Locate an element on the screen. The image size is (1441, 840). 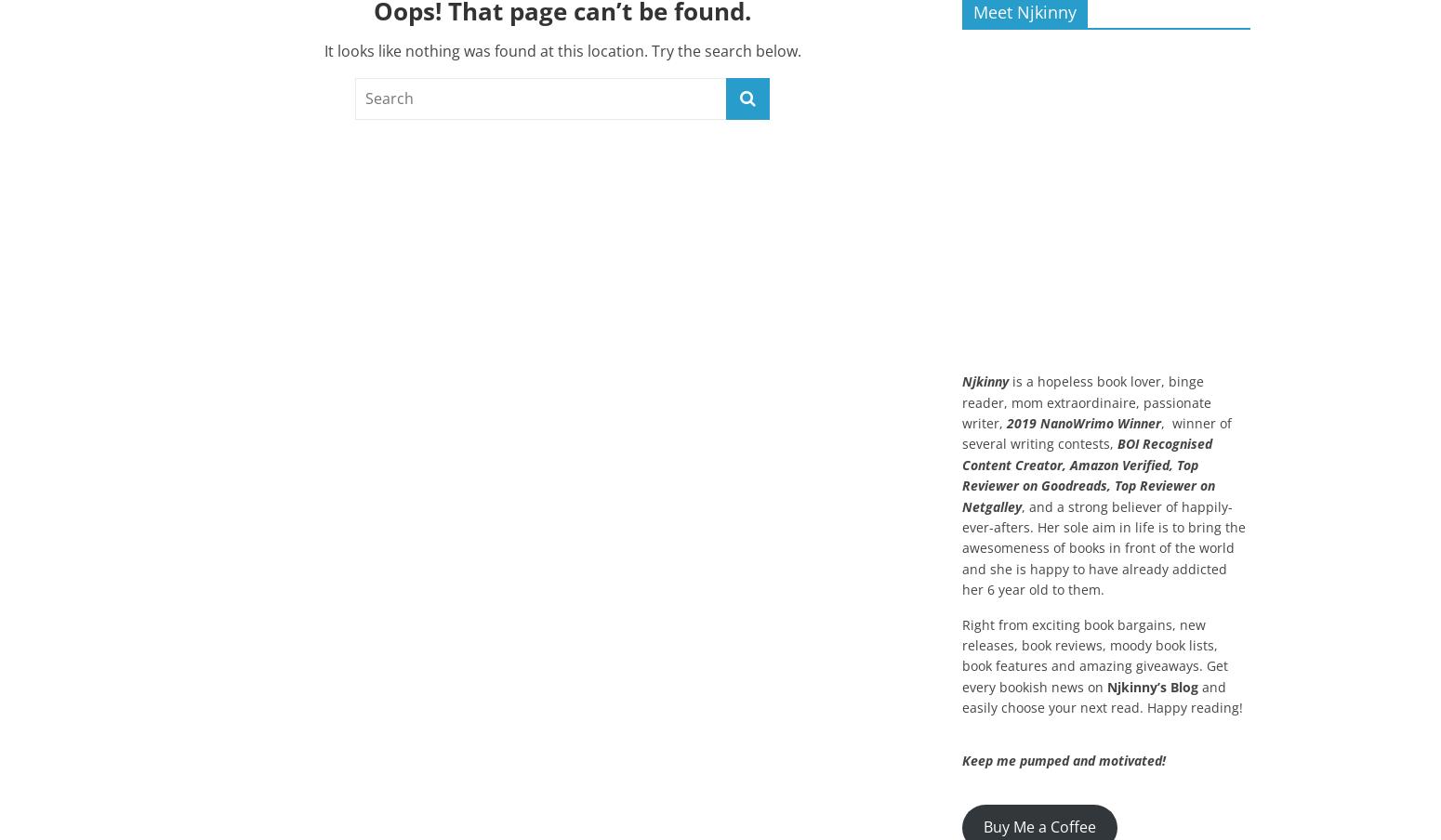
'Njkinny’s Blog' is located at coordinates (1153, 686).